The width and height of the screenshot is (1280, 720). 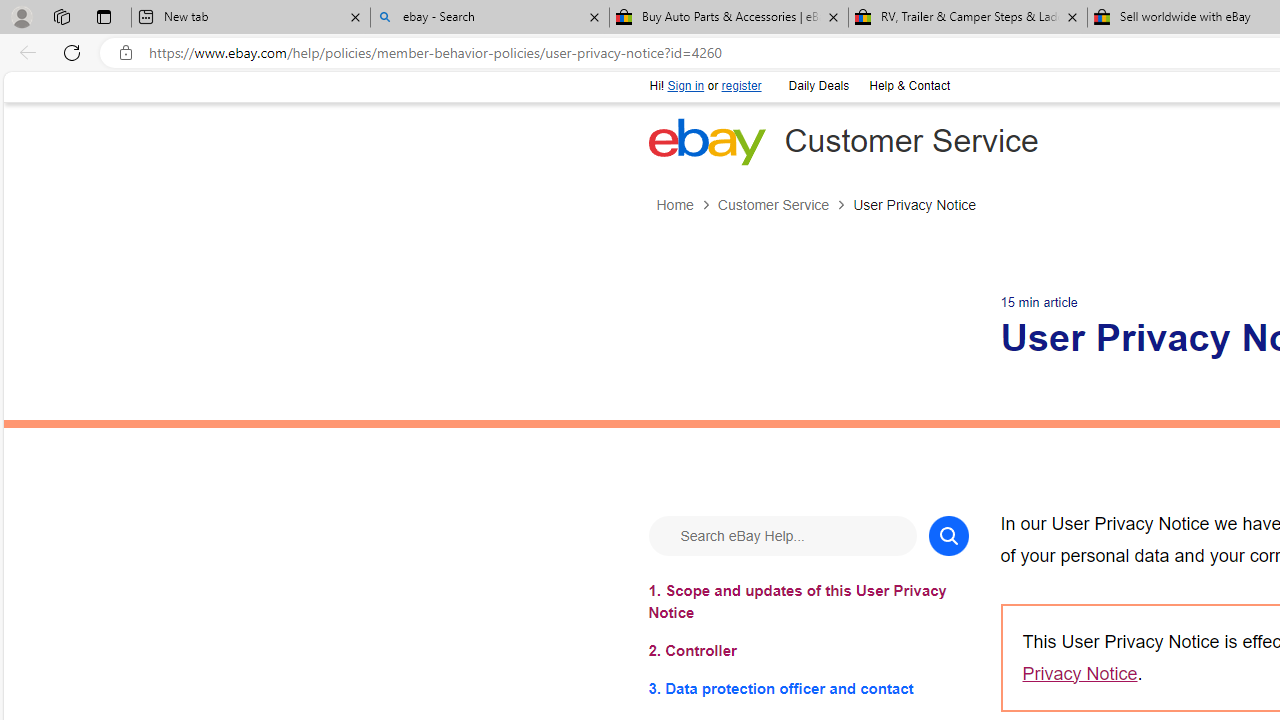 I want to click on 'Help & Contact', so click(x=908, y=86).